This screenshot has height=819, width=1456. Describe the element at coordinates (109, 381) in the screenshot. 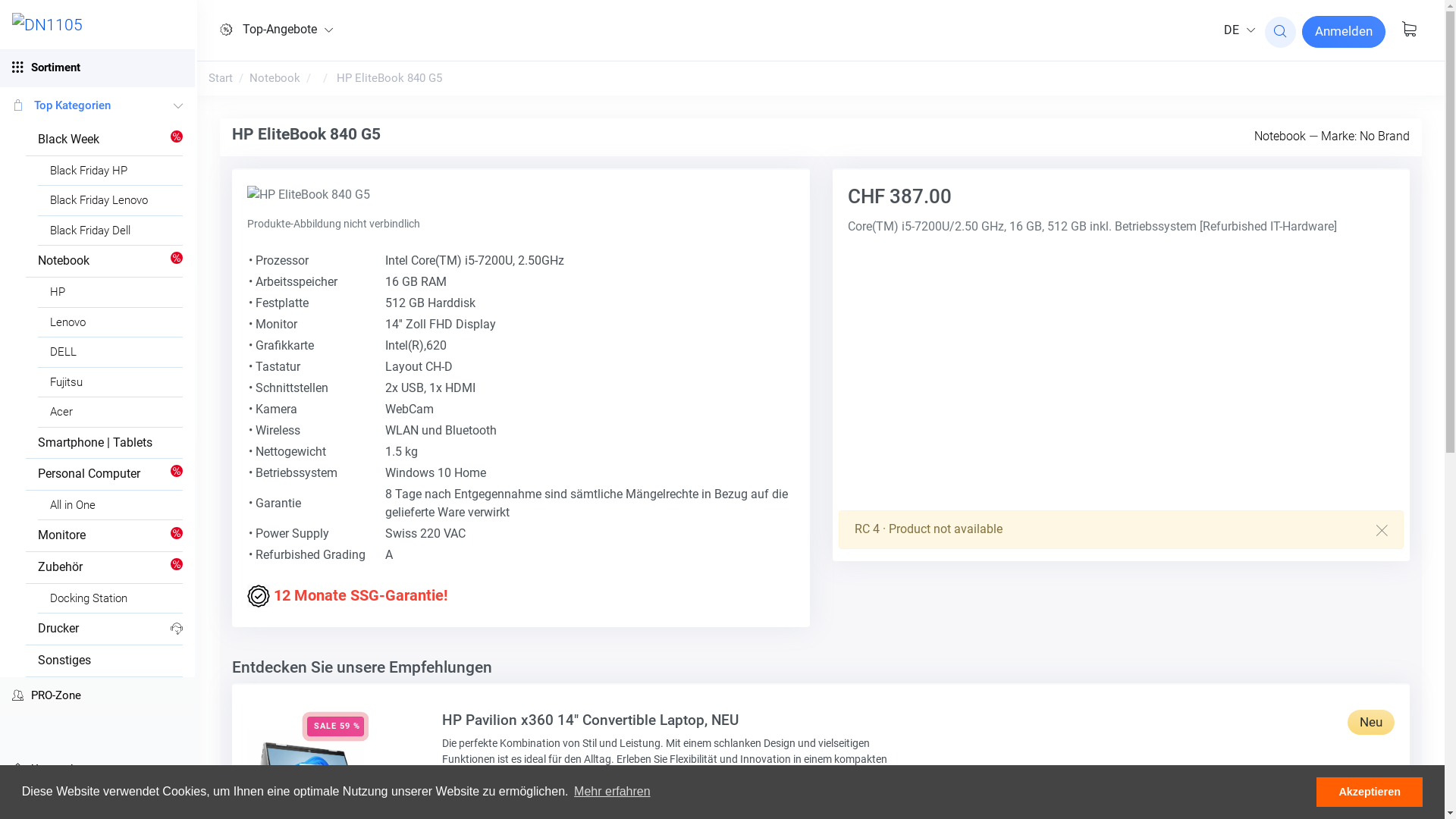

I see `'Fujitsu'` at that location.